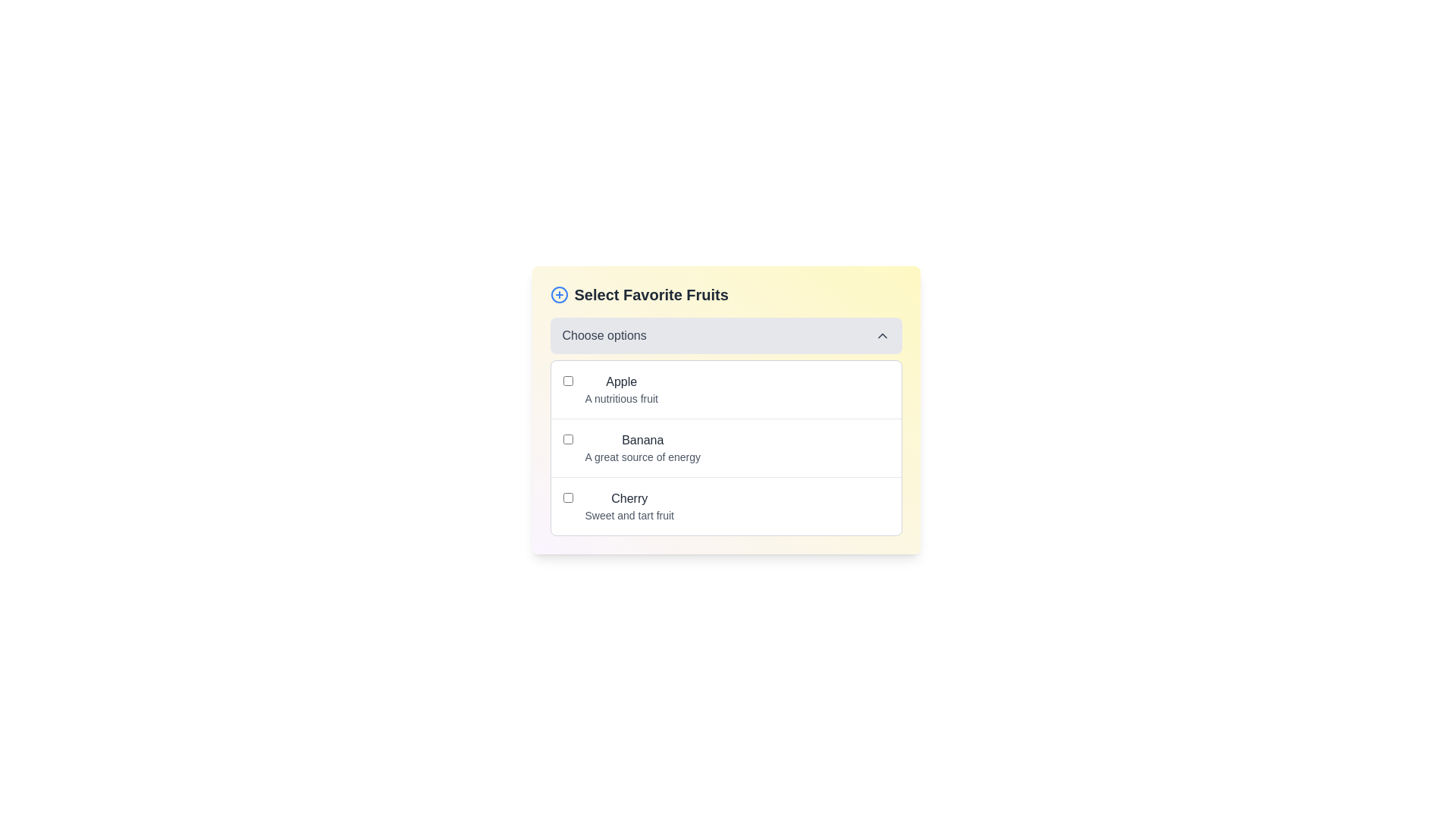  I want to click on the blue plus icon (circle-plus) next to the 'Select Favorite Fruits' label, so click(725, 295).